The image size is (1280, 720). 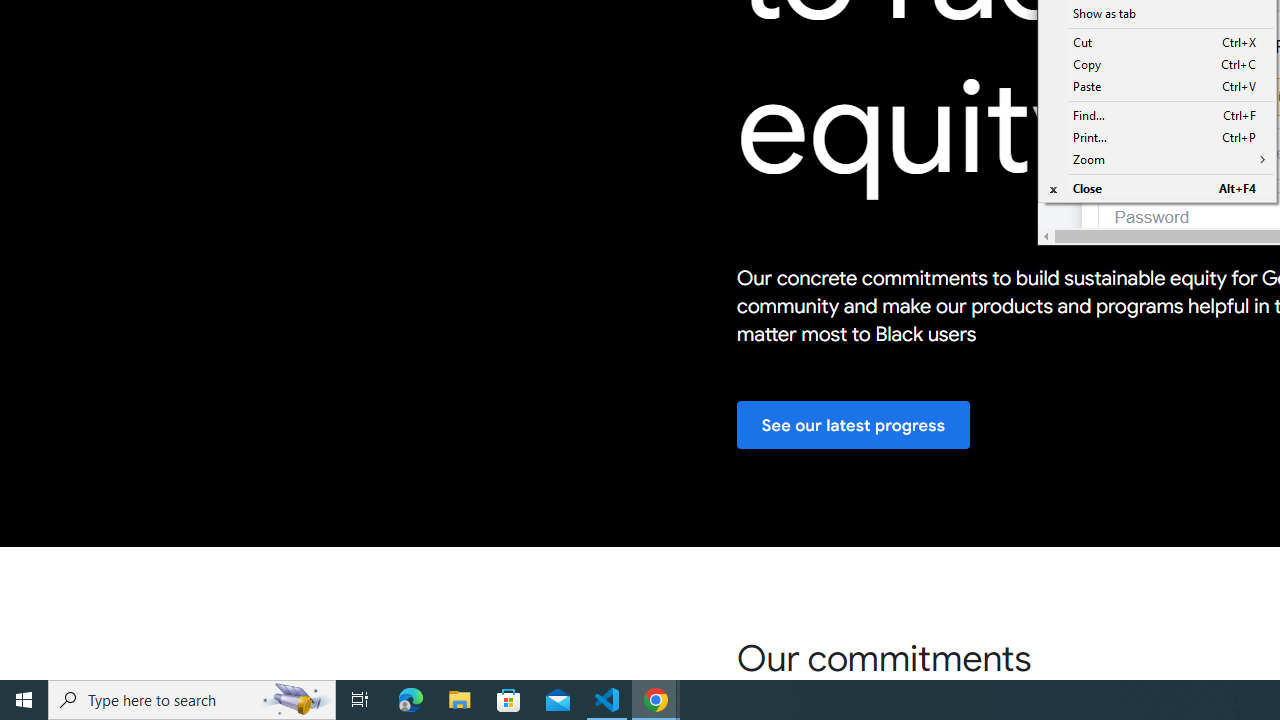 I want to click on 'Microsoft Edge', so click(x=410, y=698).